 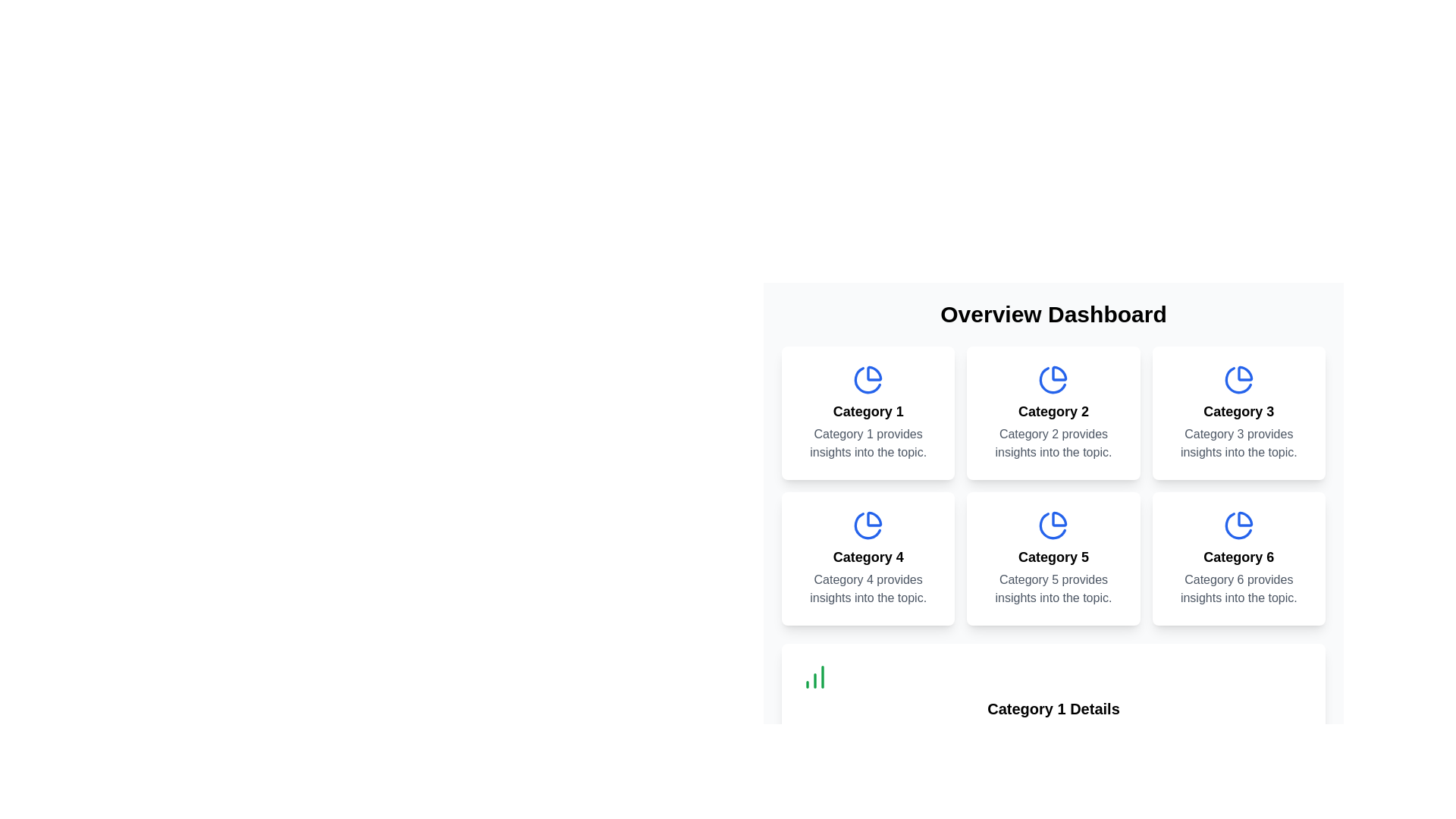 What do you see at coordinates (868, 379) in the screenshot?
I see `the purpose and styling of the vector graphic component representing a part of the pie chart segment located within the 'Category 1' card` at bounding box center [868, 379].